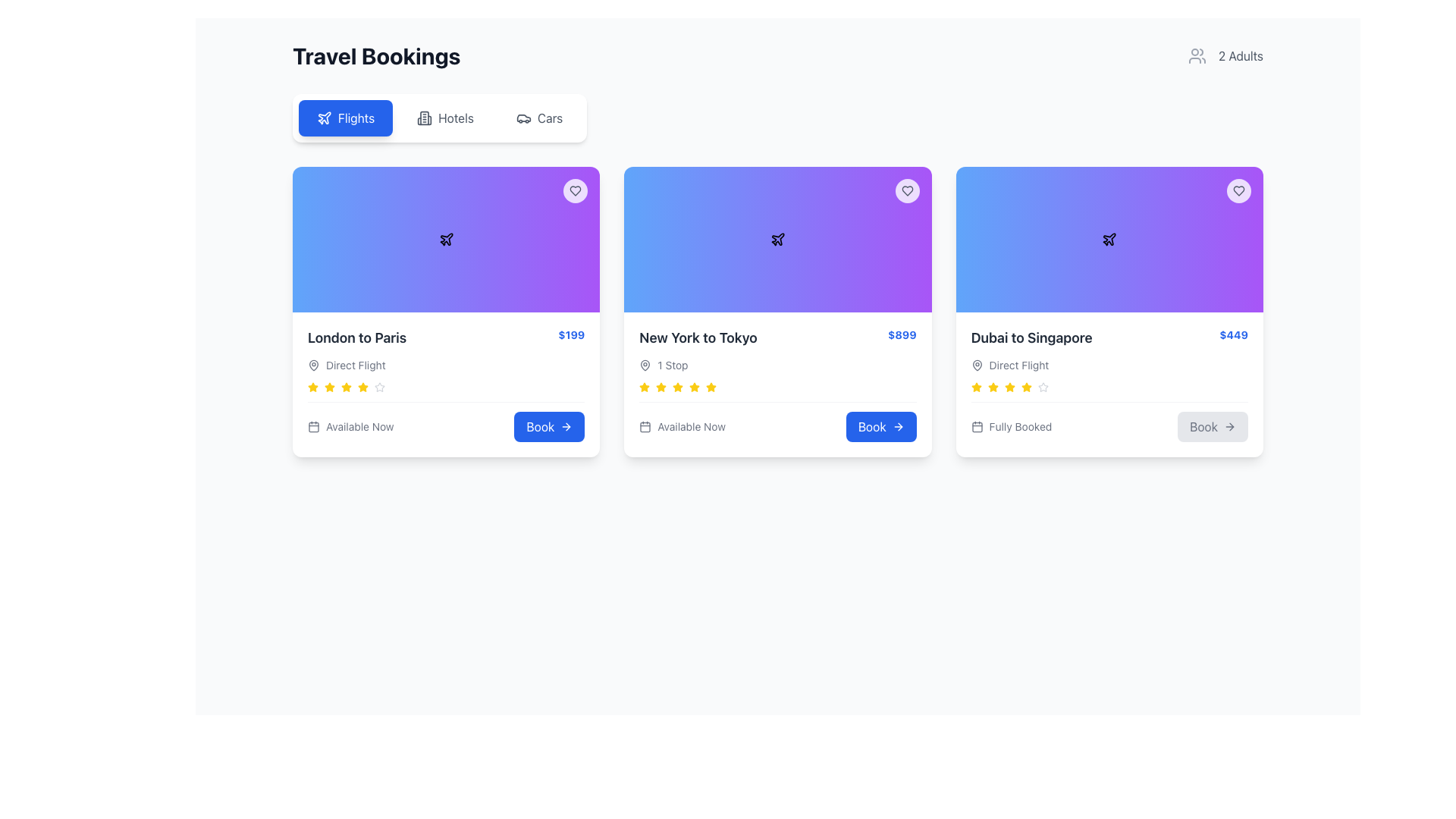 The width and height of the screenshot is (1456, 819). What do you see at coordinates (645, 386) in the screenshot?
I see `the second star icon in the rating component for the 'New York to Tokyo' travel option` at bounding box center [645, 386].